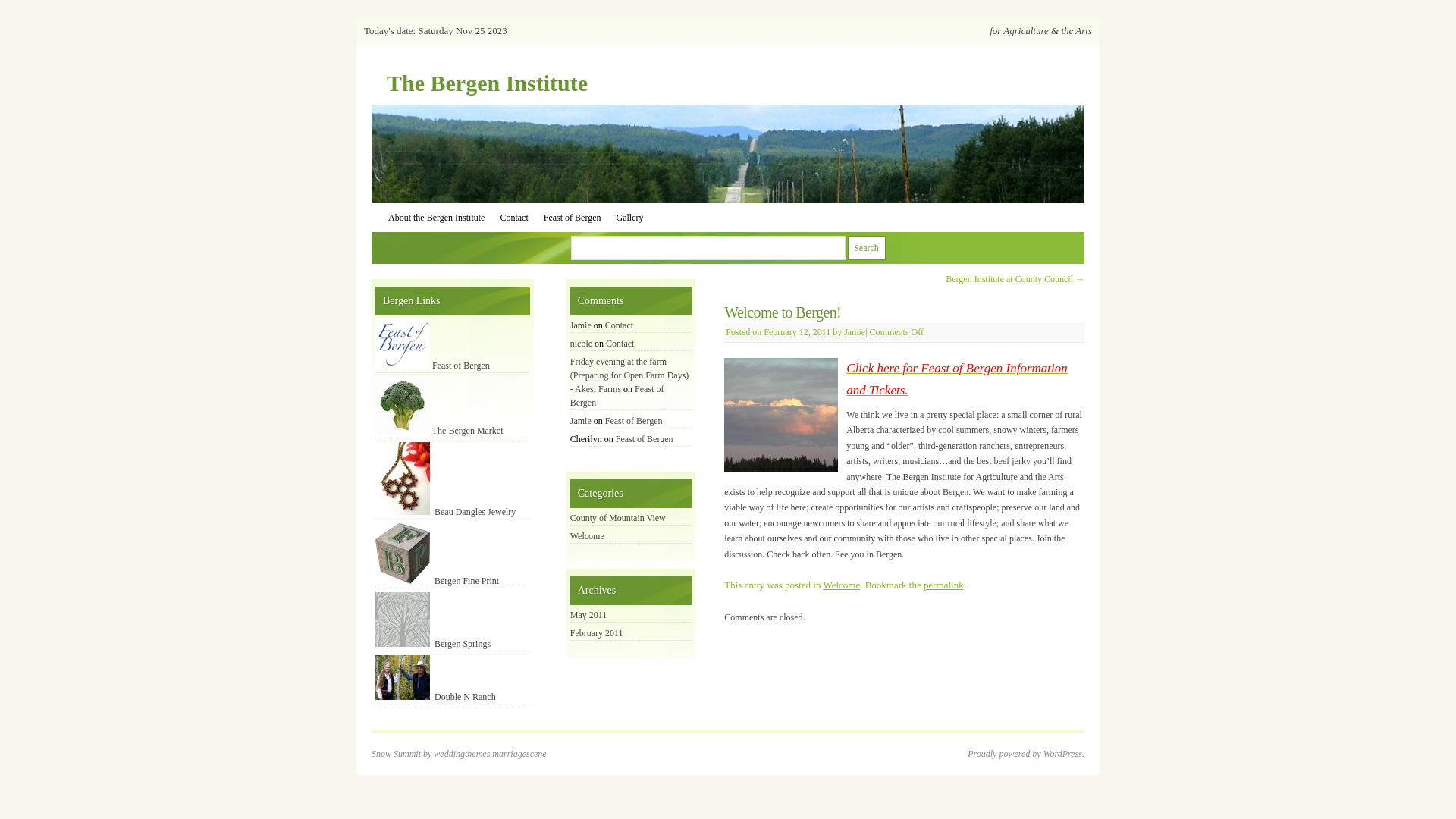  What do you see at coordinates (403, 553) in the screenshot?
I see `'Professional printing in Bergen'` at bounding box center [403, 553].